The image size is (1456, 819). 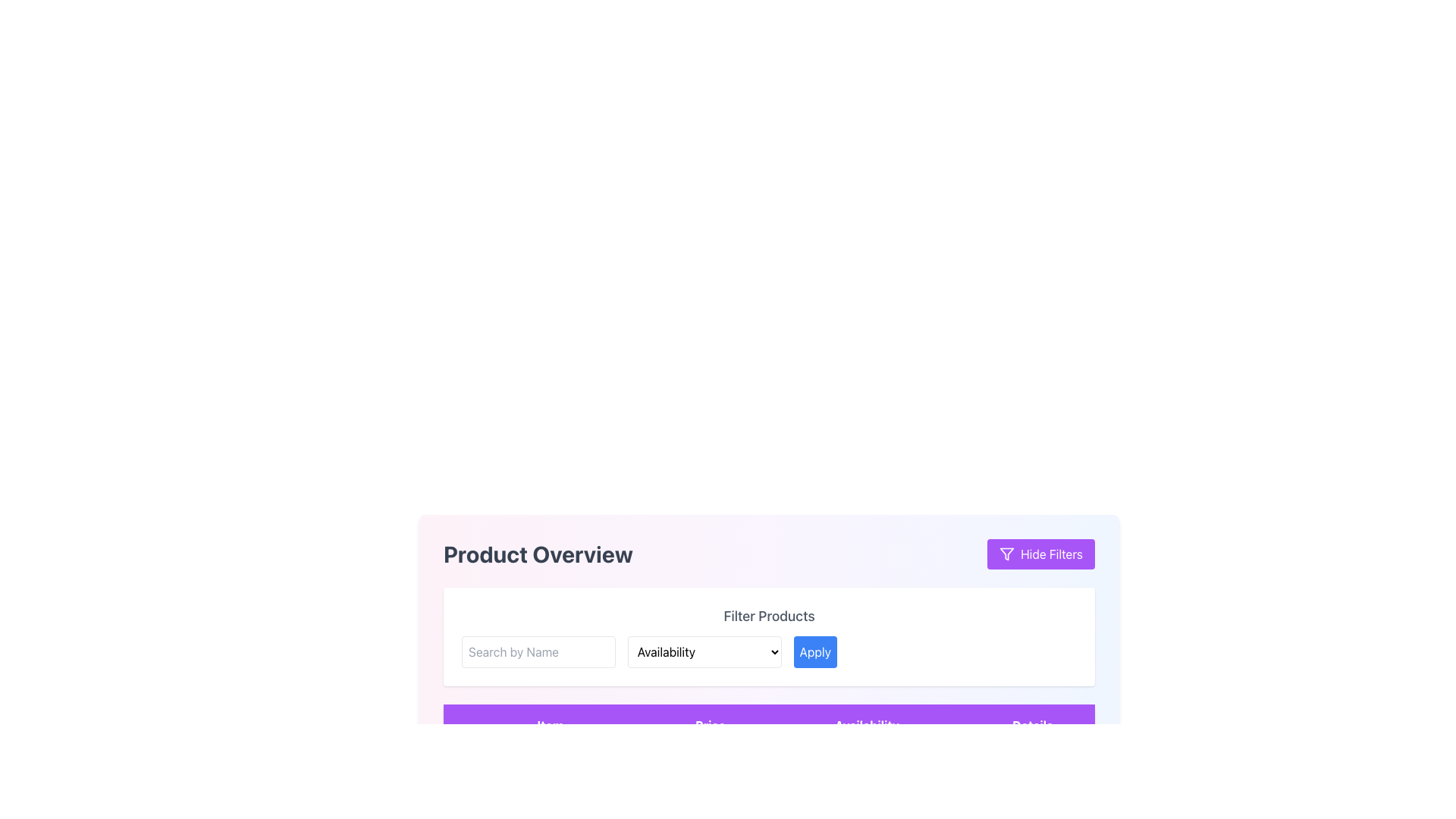 I want to click on the 'Apply' button, which is a rectangular button with rounded corners, blue background, and white text, located to the right of the 'Availability' dropdown in the 'Filter Products' section, so click(x=814, y=651).